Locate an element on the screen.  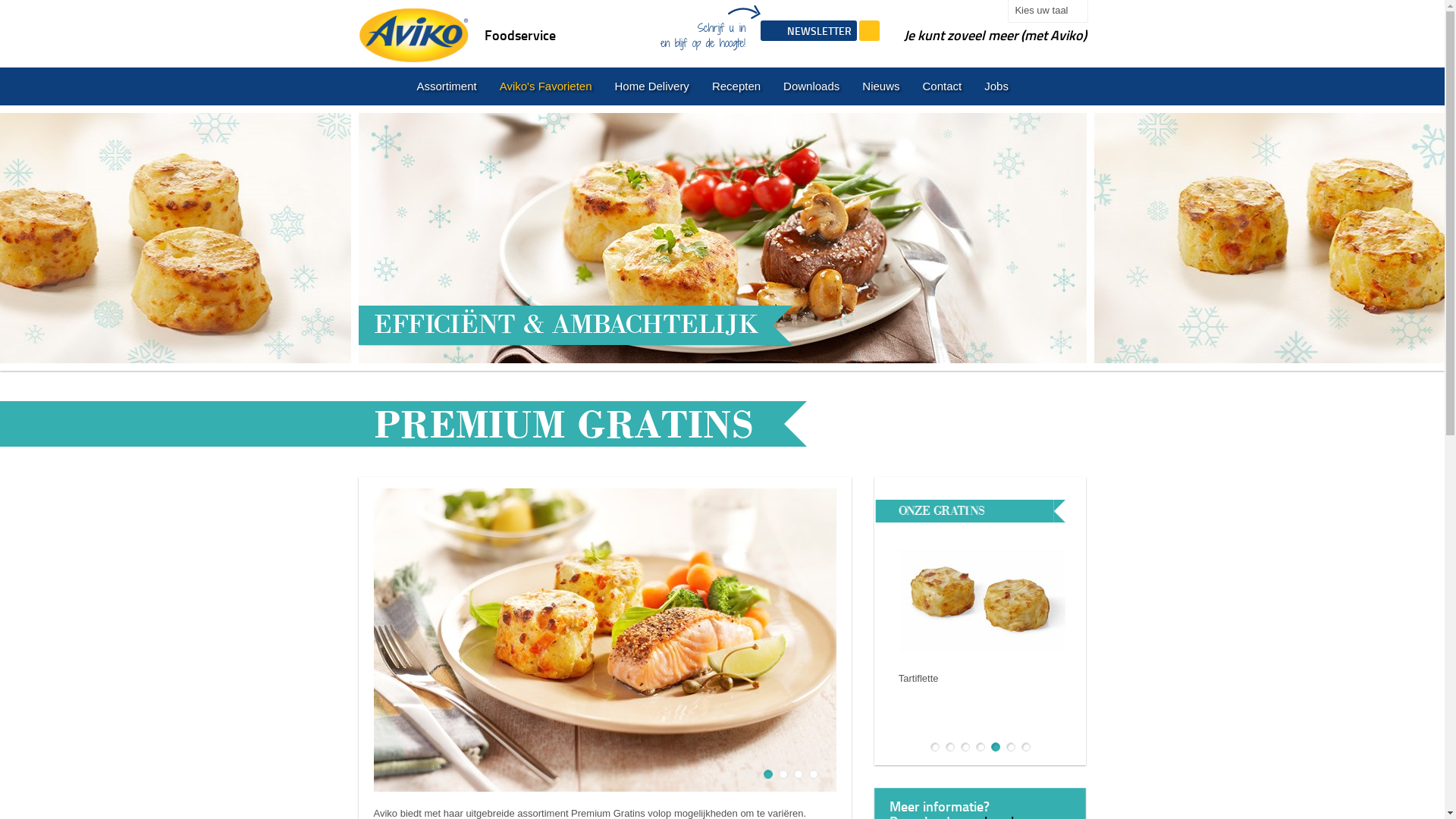
'Bel ons' is located at coordinates (858, 30).